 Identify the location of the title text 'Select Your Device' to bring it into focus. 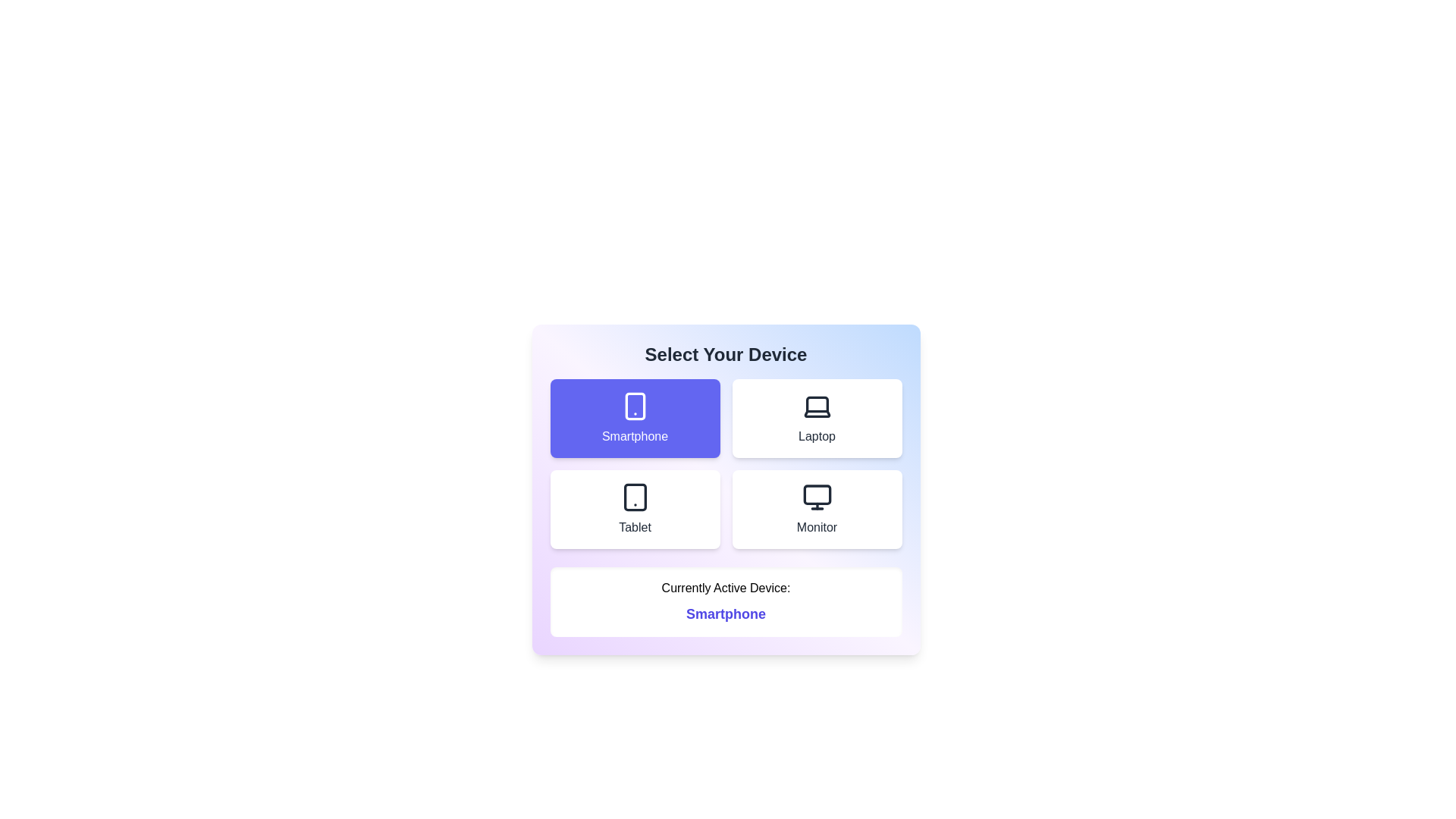
(725, 354).